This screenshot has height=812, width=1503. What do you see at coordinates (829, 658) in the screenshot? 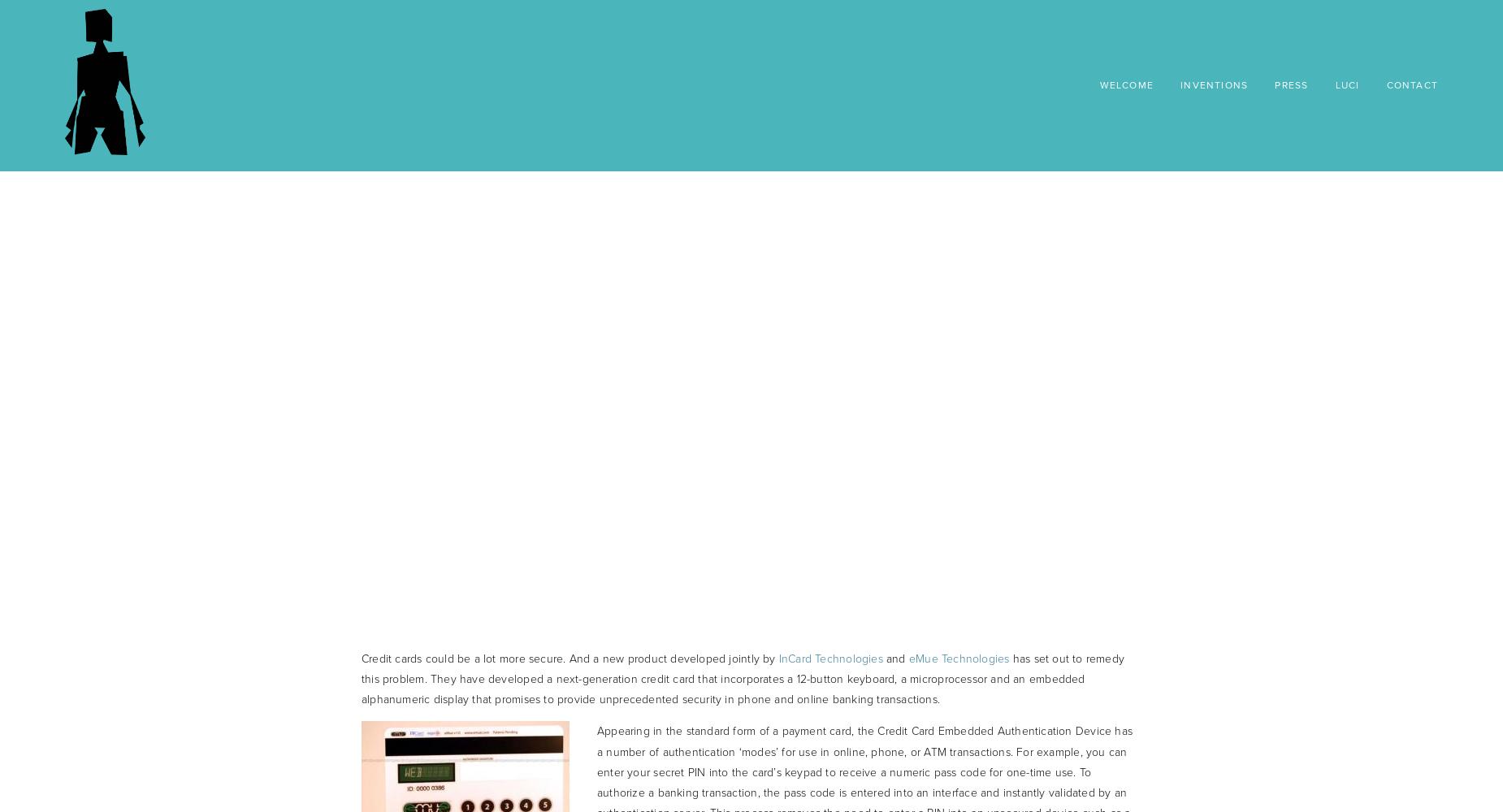
I see `'InCard Technologies'` at bounding box center [829, 658].